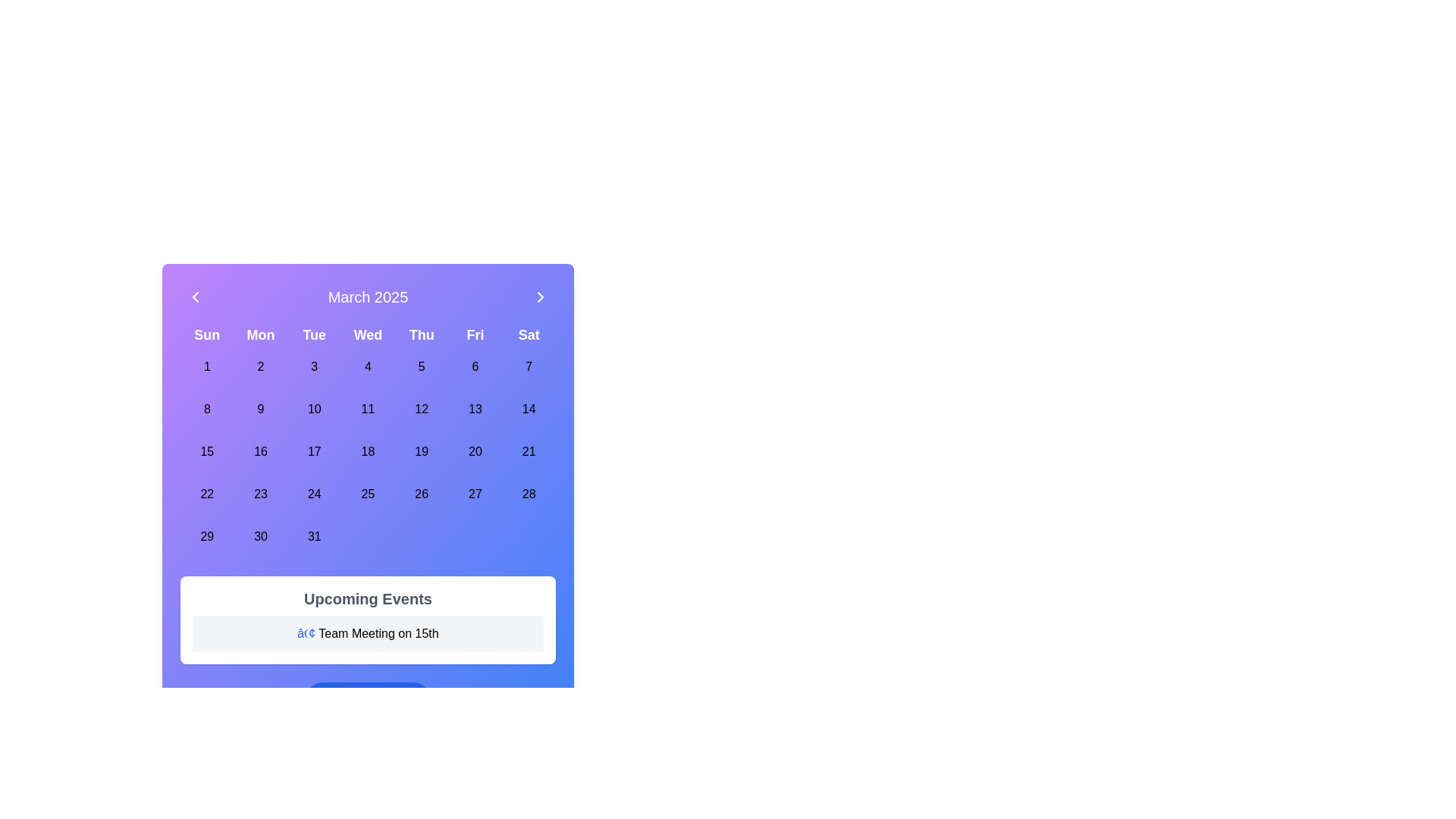 This screenshot has height=819, width=1456. I want to click on the 'Add New Event' button located at the bottom of the calendar-themed interface panel, directly beneath the 'Upcoming Events' section, so click(368, 701).